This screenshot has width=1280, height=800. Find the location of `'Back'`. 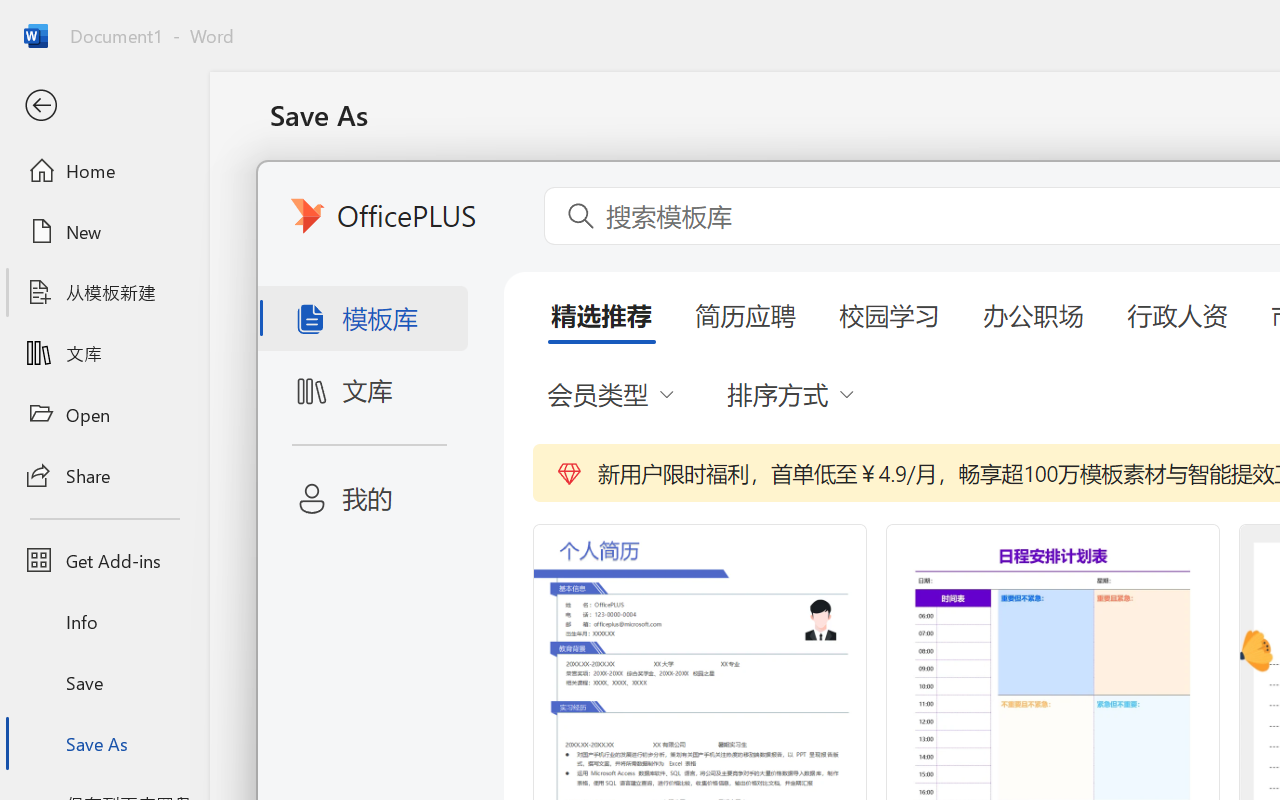

'Back' is located at coordinates (103, 105).